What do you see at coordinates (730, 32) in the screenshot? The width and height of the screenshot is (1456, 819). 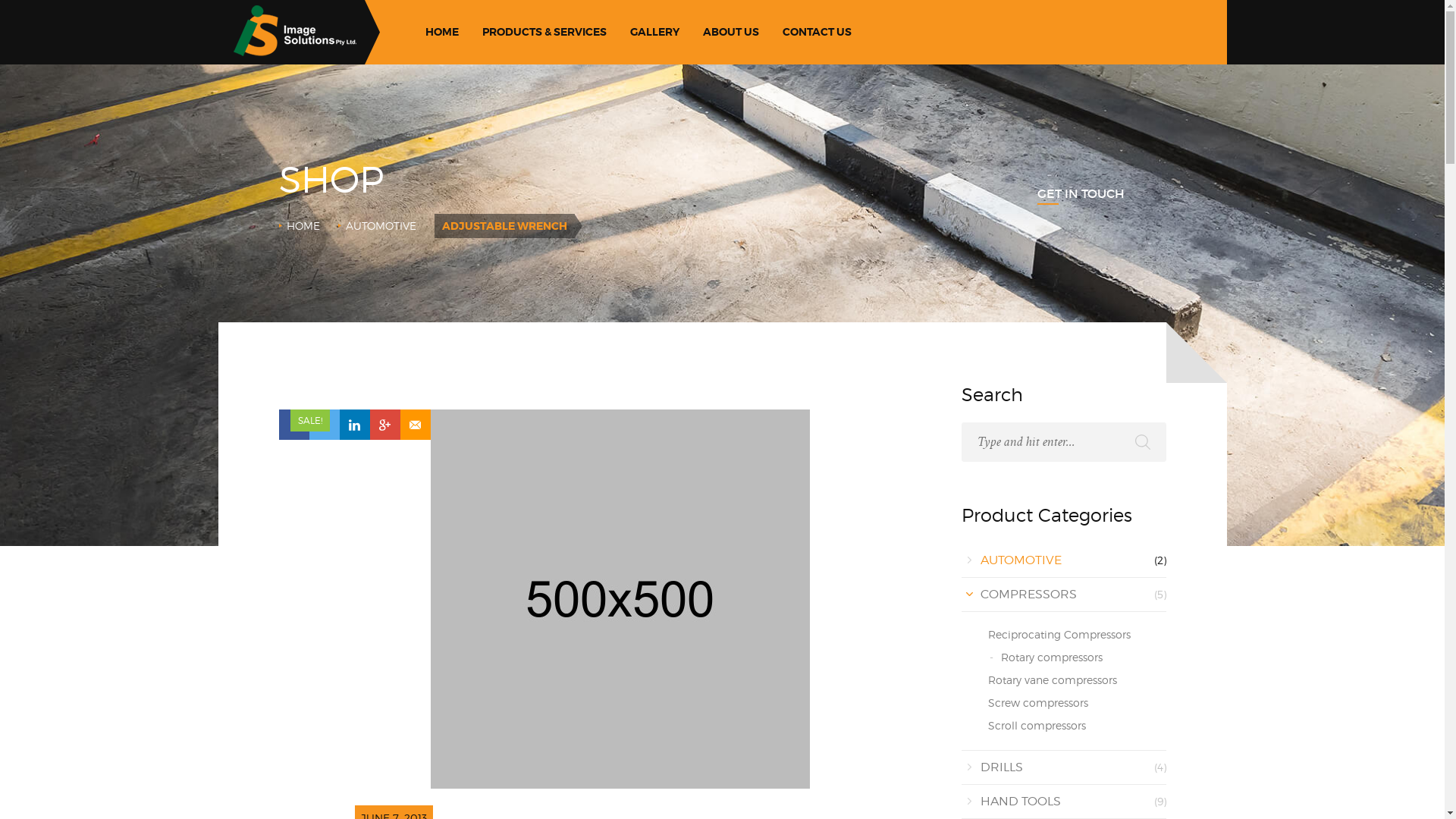 I see `'ABOUT US'` at bounding box center [730, 32].